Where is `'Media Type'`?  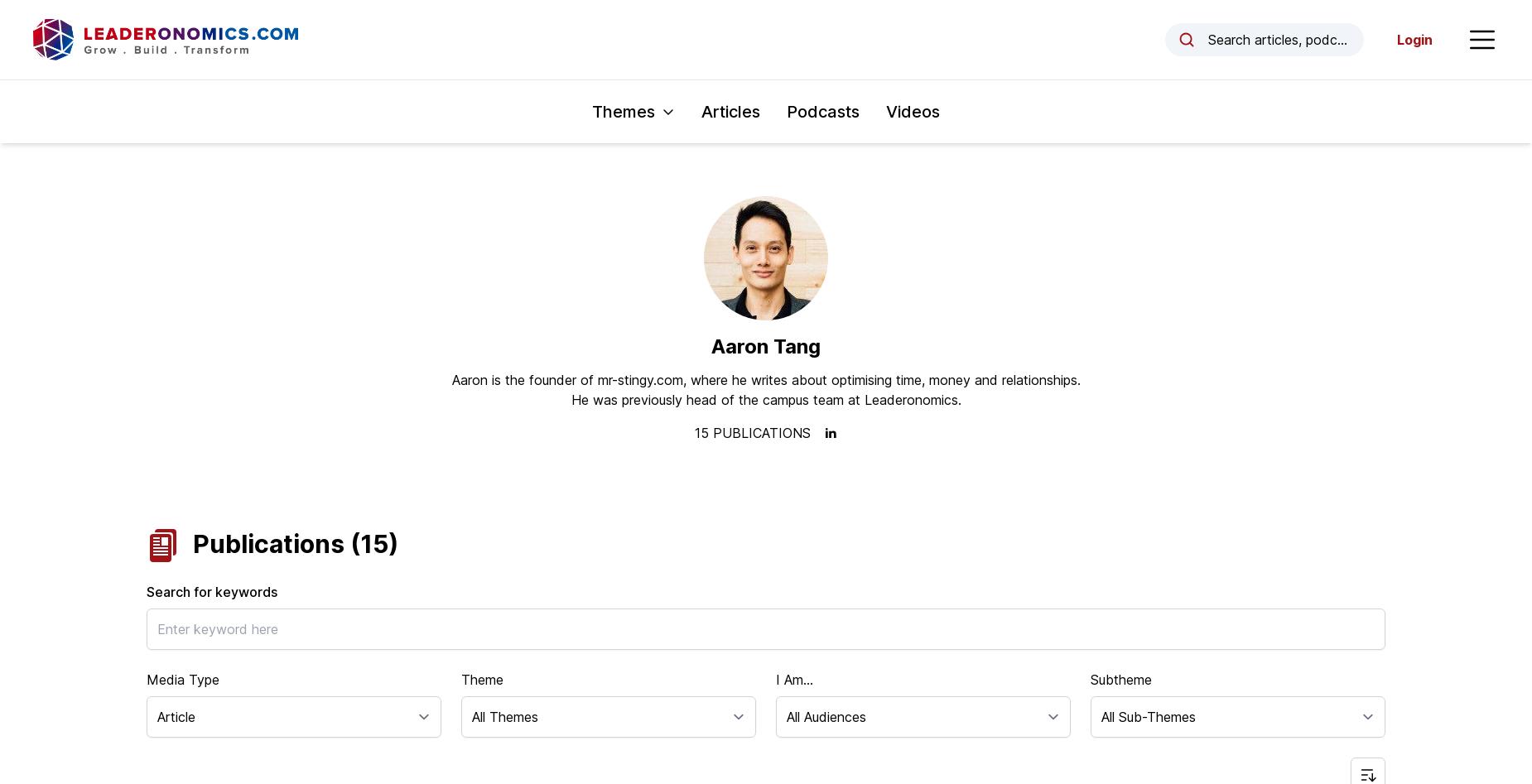
'Media Type' is located at coordinates (182, 679).